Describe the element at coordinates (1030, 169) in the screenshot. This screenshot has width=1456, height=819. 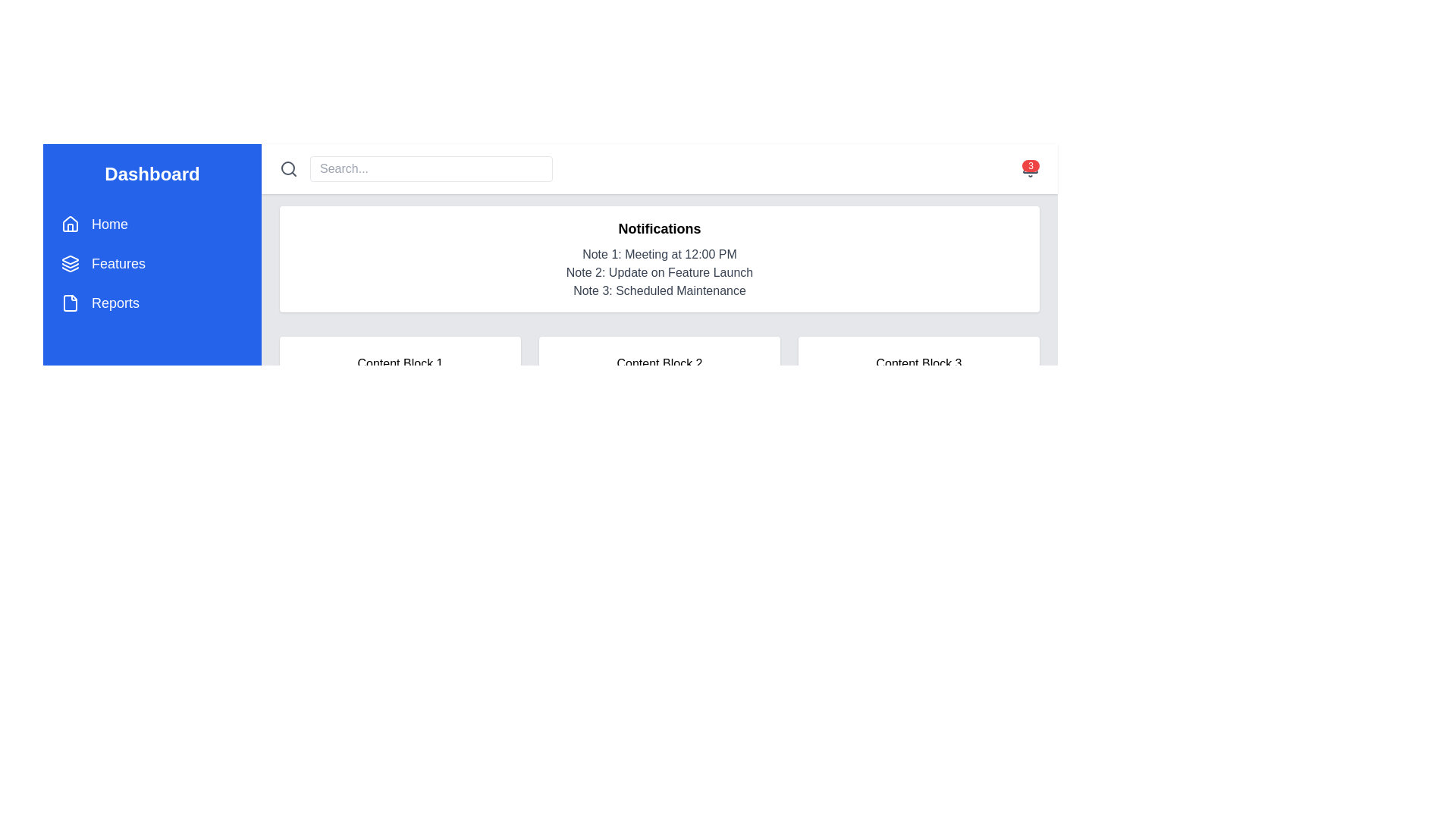
I see `the Notification badge located` at that location.